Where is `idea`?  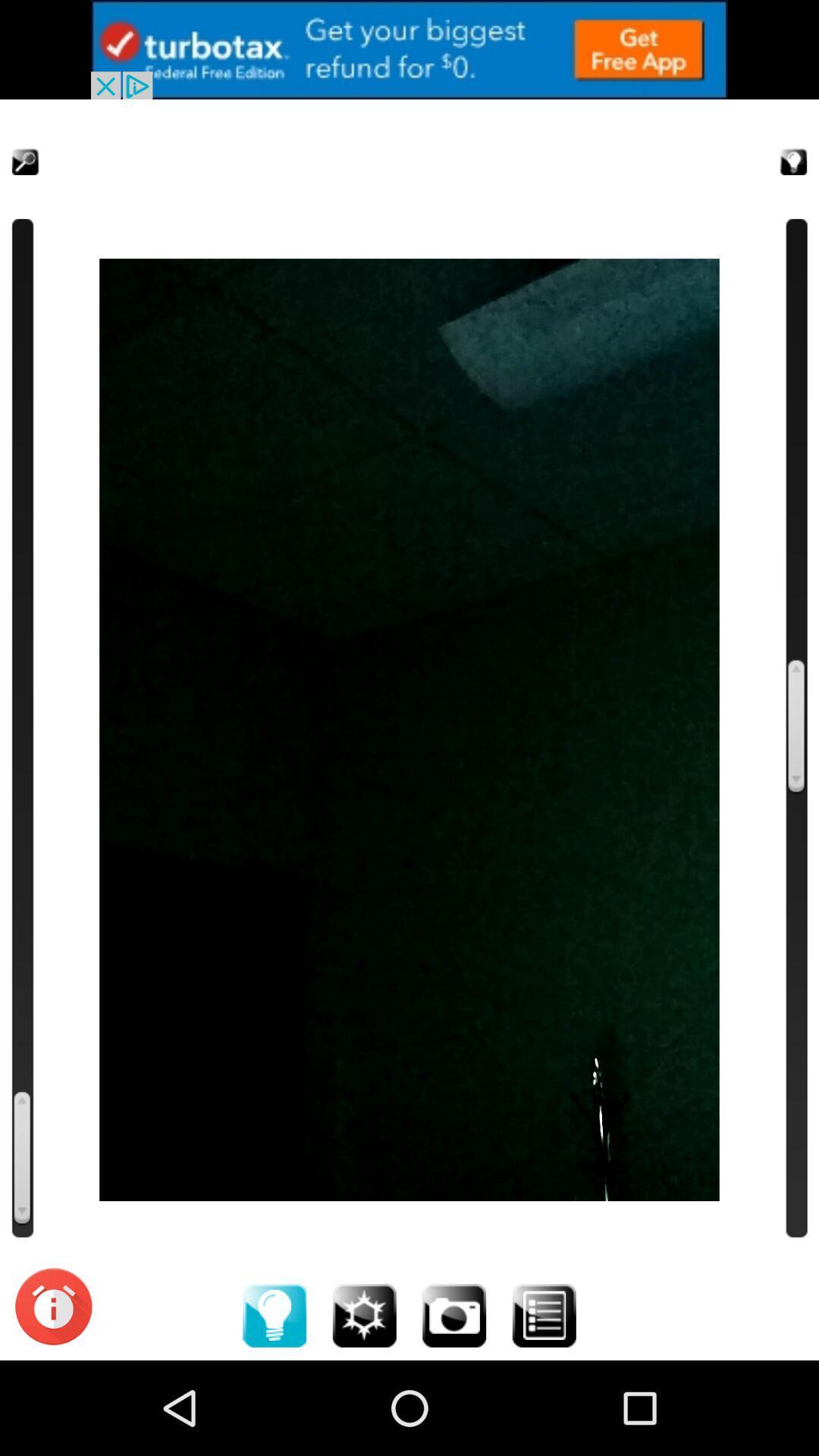
idea is located at coordinates (275, 1314).